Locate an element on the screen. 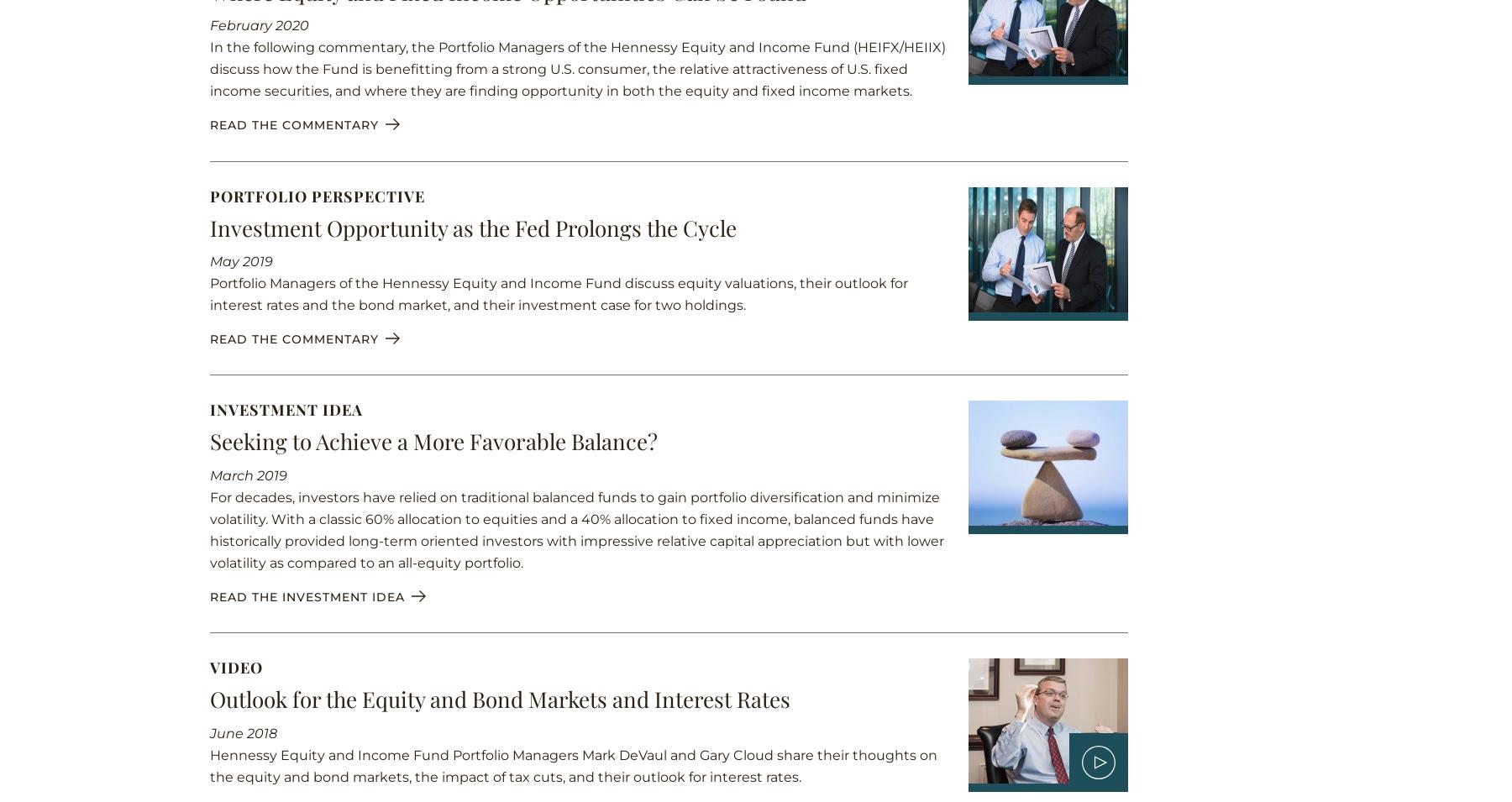  'Outlook for the Equity and Bond Markets and Interest Rates' is located at coordinates (500, 699).